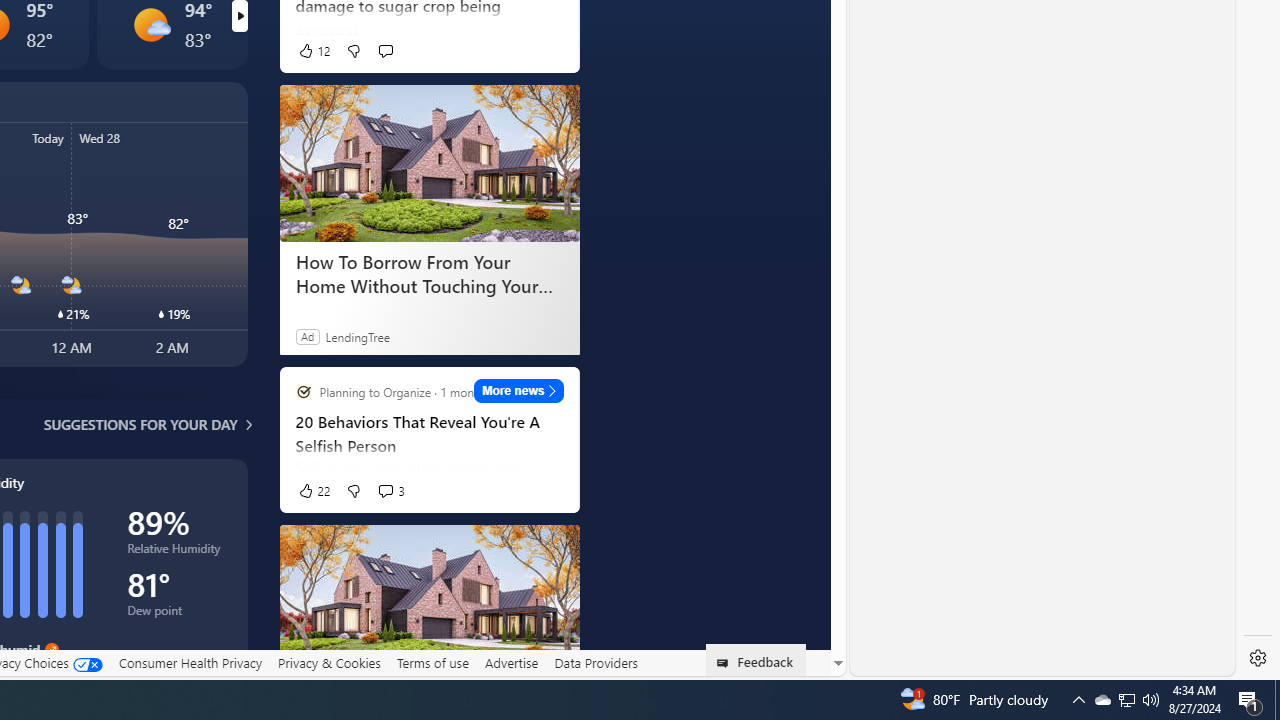 The image size is (1280, 720). I want to click on 'Class: feedback_link_icon-DS-EntryPoint1-1', so click(726, 663).